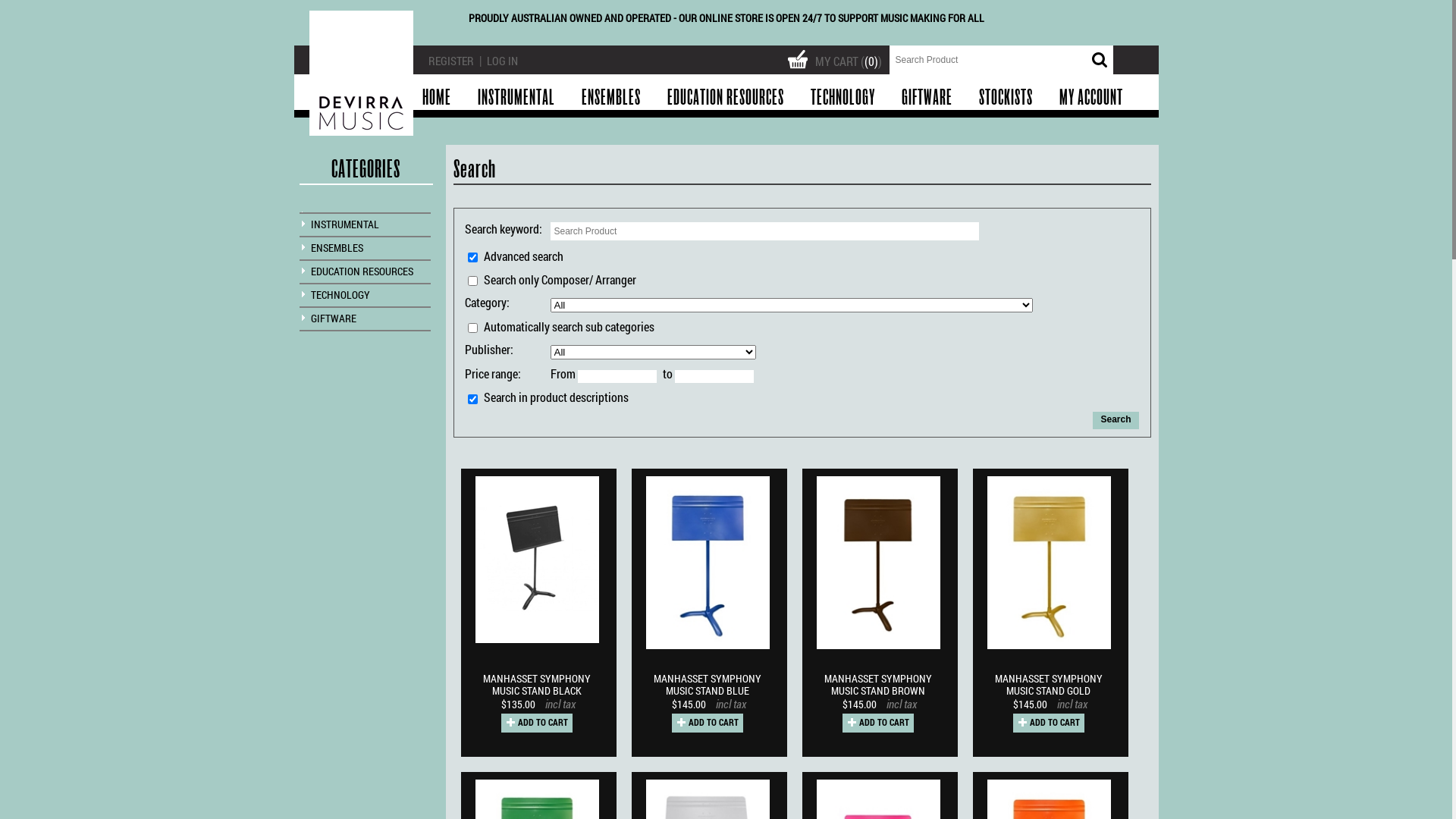 This screenshot has width=1456, height=819. I want to click on 'MY CART ((0))', so click(836, 56).